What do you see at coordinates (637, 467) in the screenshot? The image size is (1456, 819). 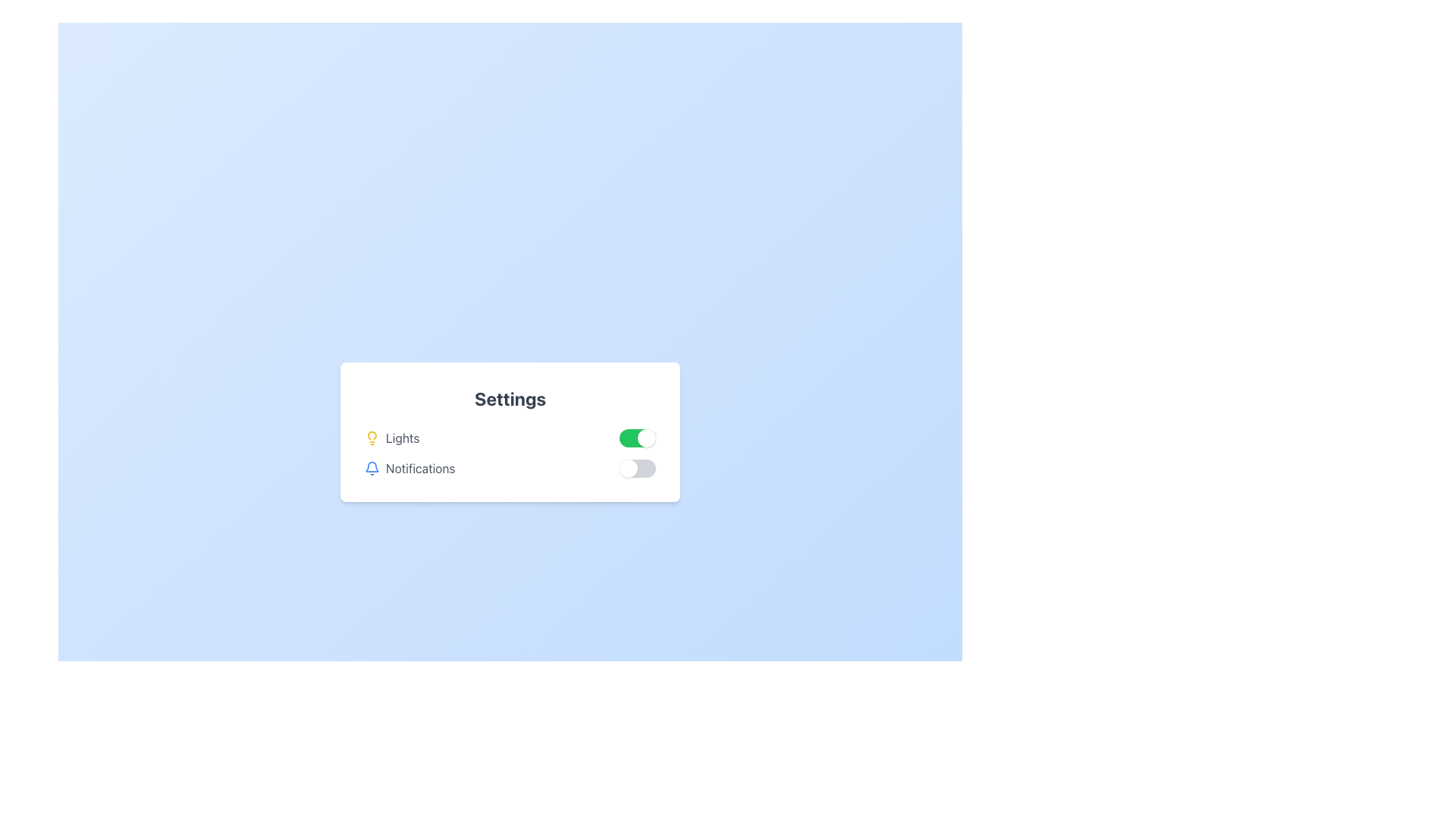 I see `the toggle switch located in the bottom section of the settings panel` at bounding box center [637, 467].